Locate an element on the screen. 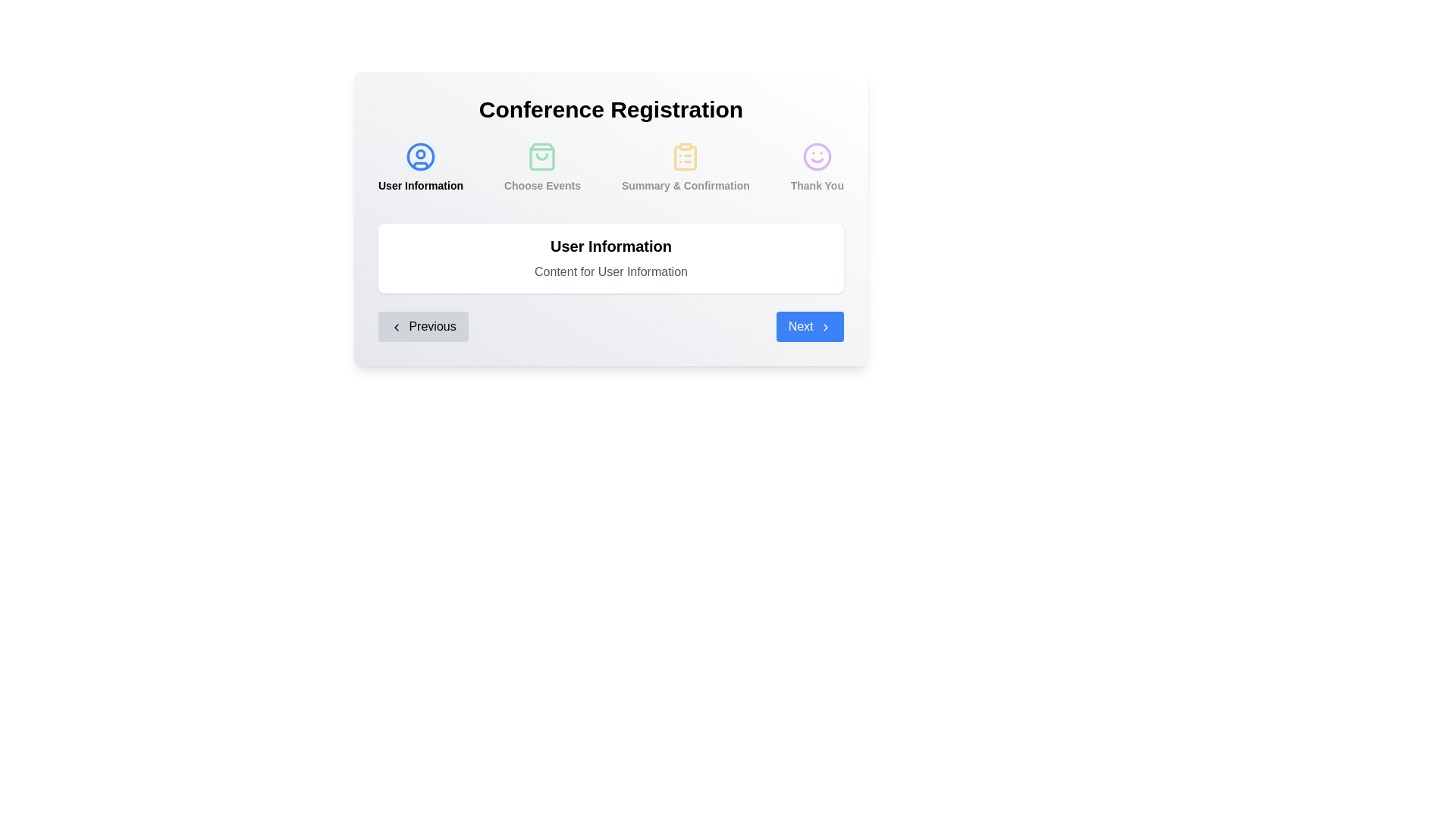 This screenshot has width=1456, height=819. the heading text label 'Conference Registration', which is styled in a large, bold font and is centered at the top of the interface is located at coordinates (611, 109).